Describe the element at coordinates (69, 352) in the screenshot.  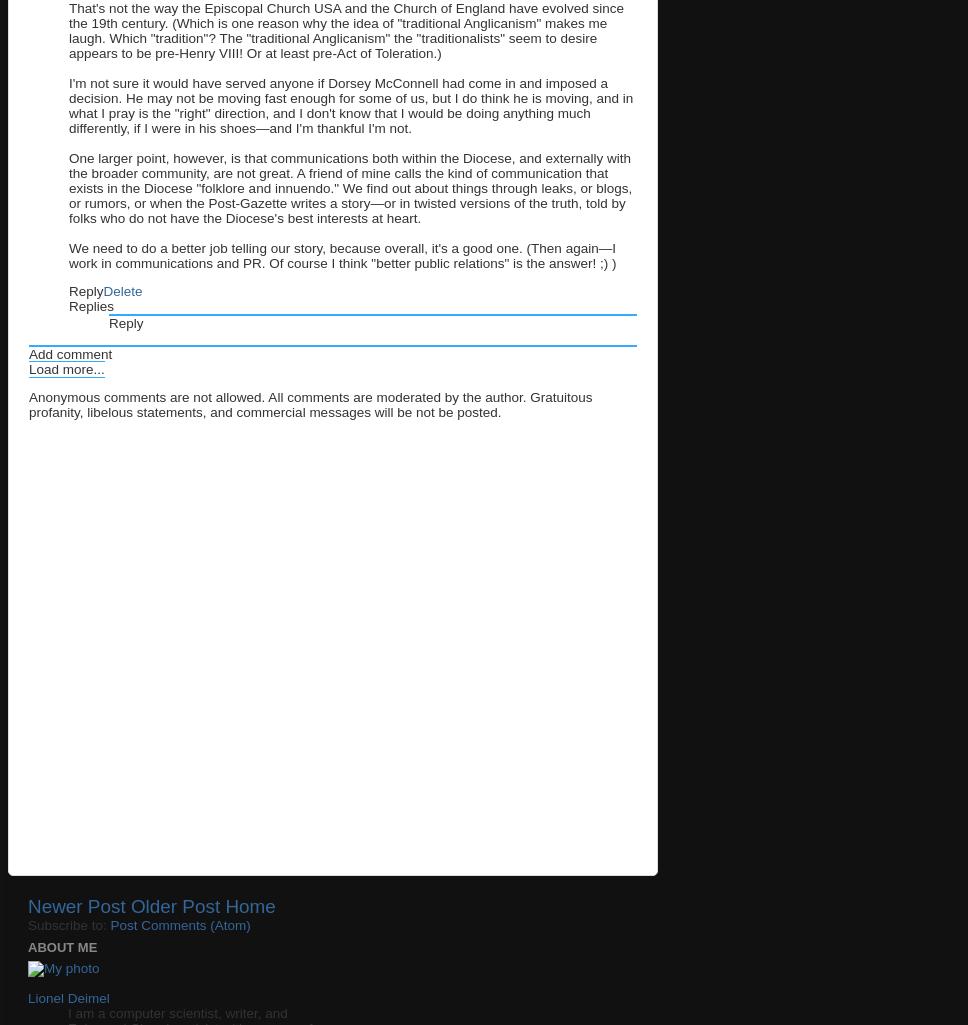
I see `'Add comment'` at that location.